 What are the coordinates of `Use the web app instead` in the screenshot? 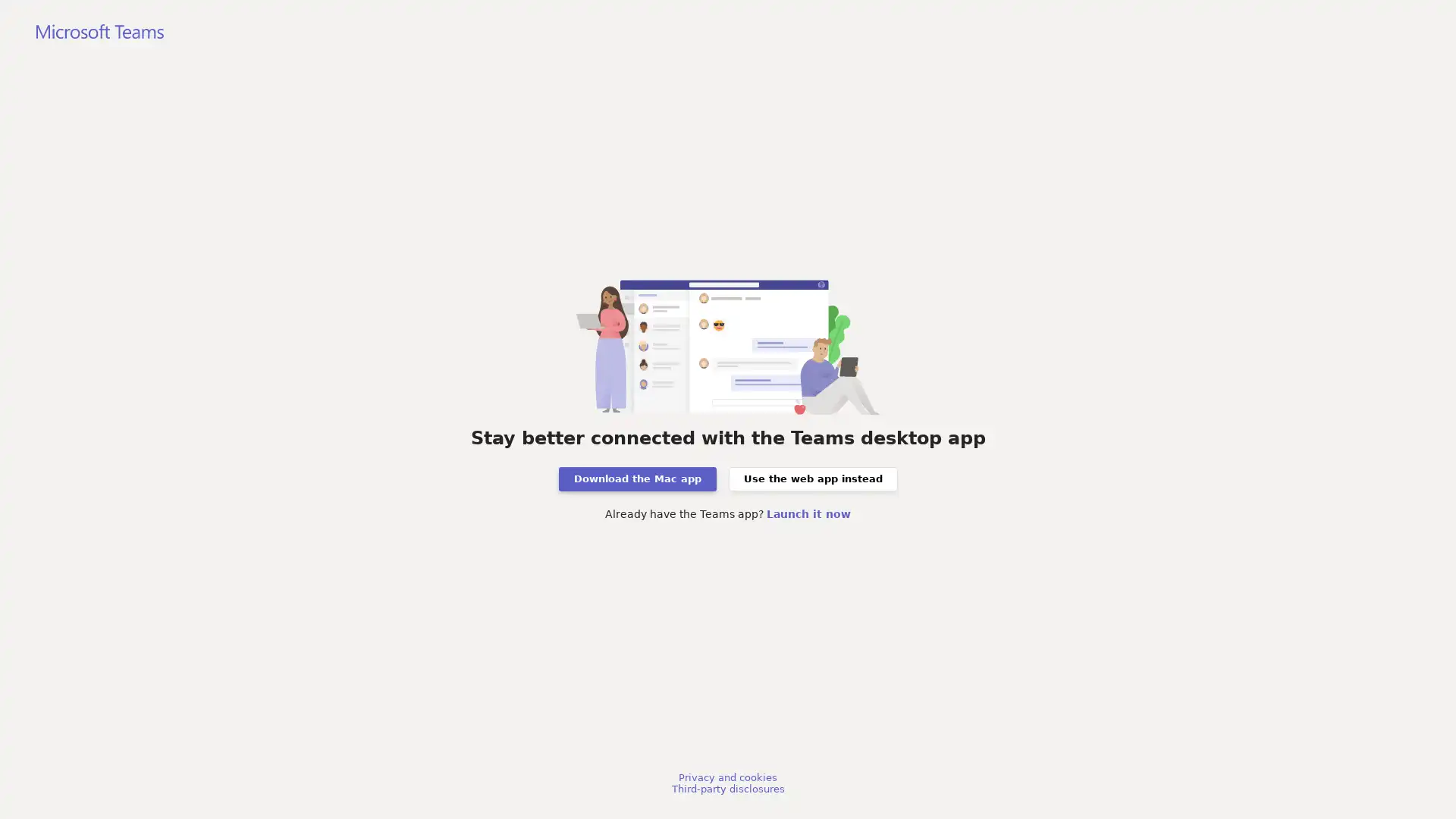 It's located at (811, 479).